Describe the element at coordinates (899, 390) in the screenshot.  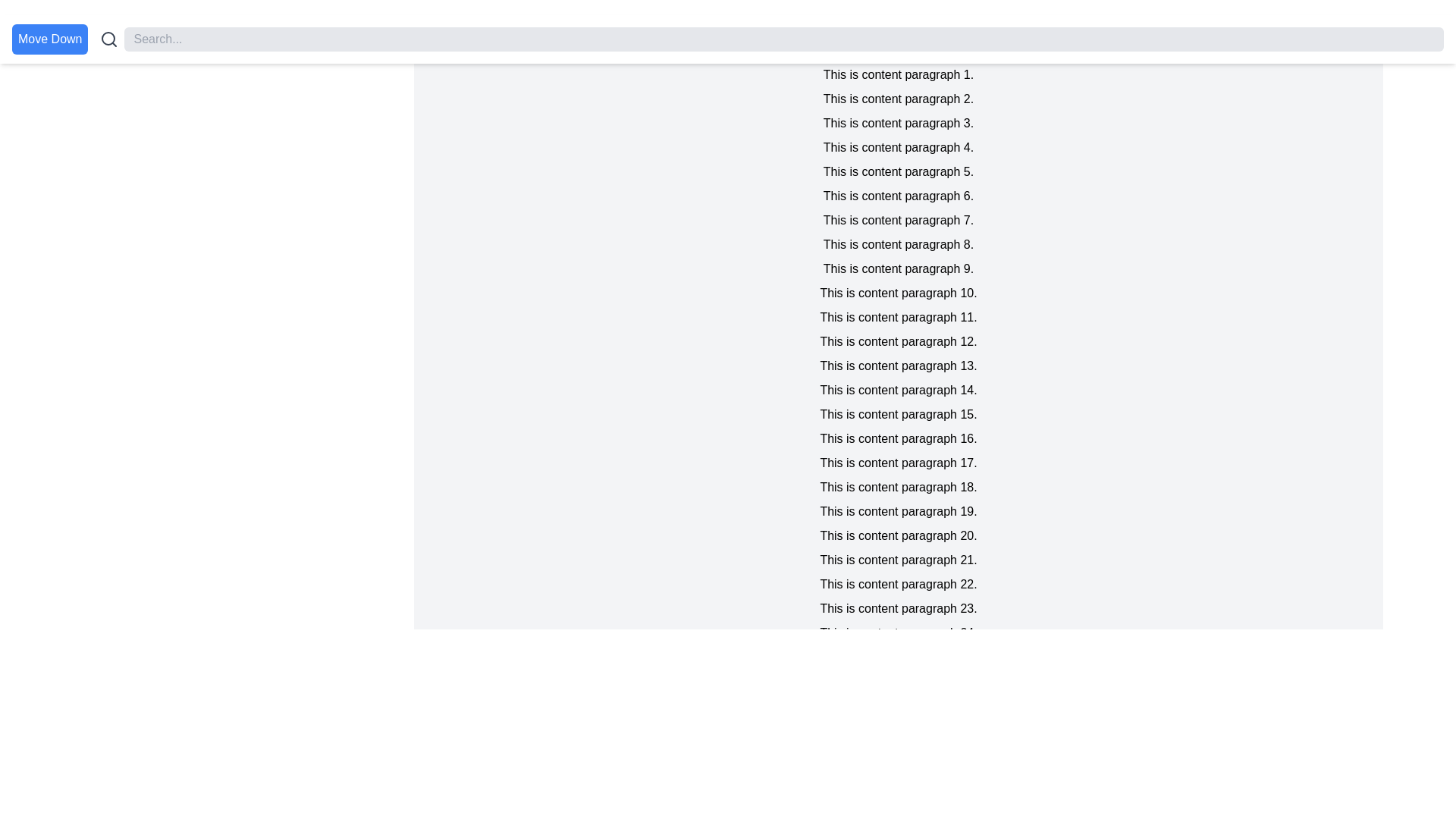
I see `the 14th paragraph in the sequence of textual content blocks, which serves as a non-interactive text display for reading information` at that location.